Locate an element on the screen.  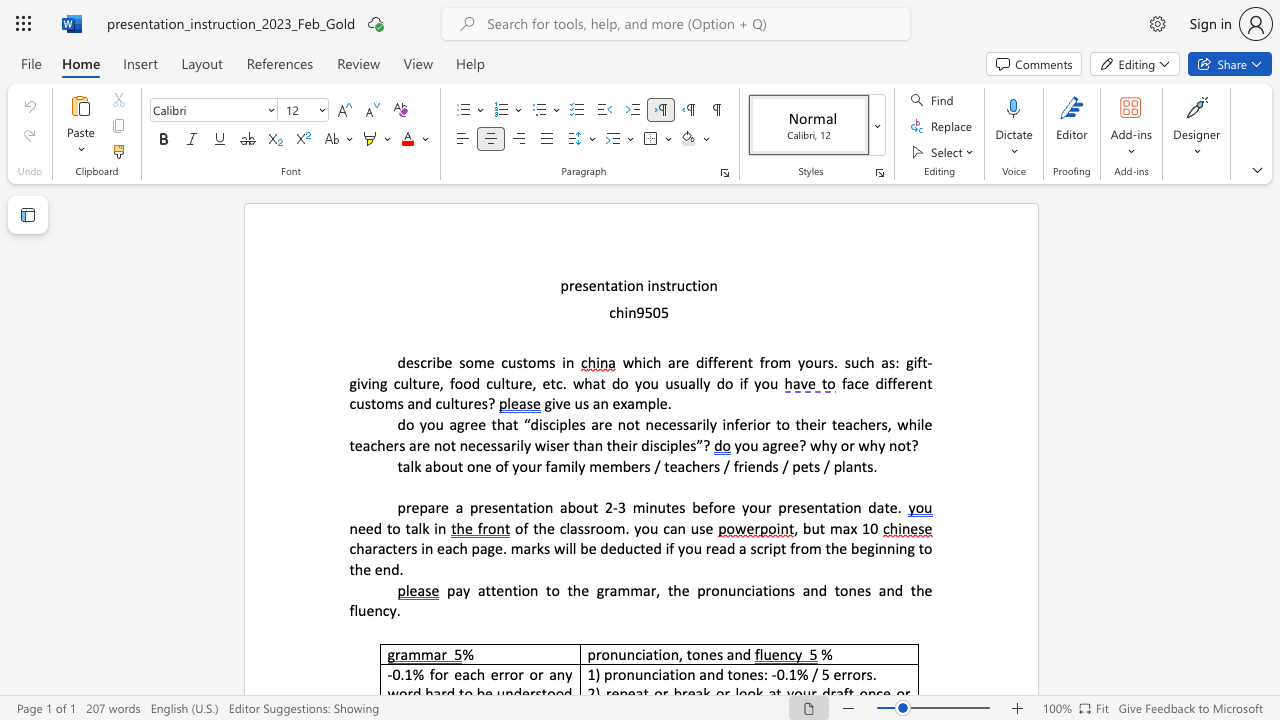
the subset text "uch as: gift-" within the text "uch as: gift-" is located at coordinates (850, 362).